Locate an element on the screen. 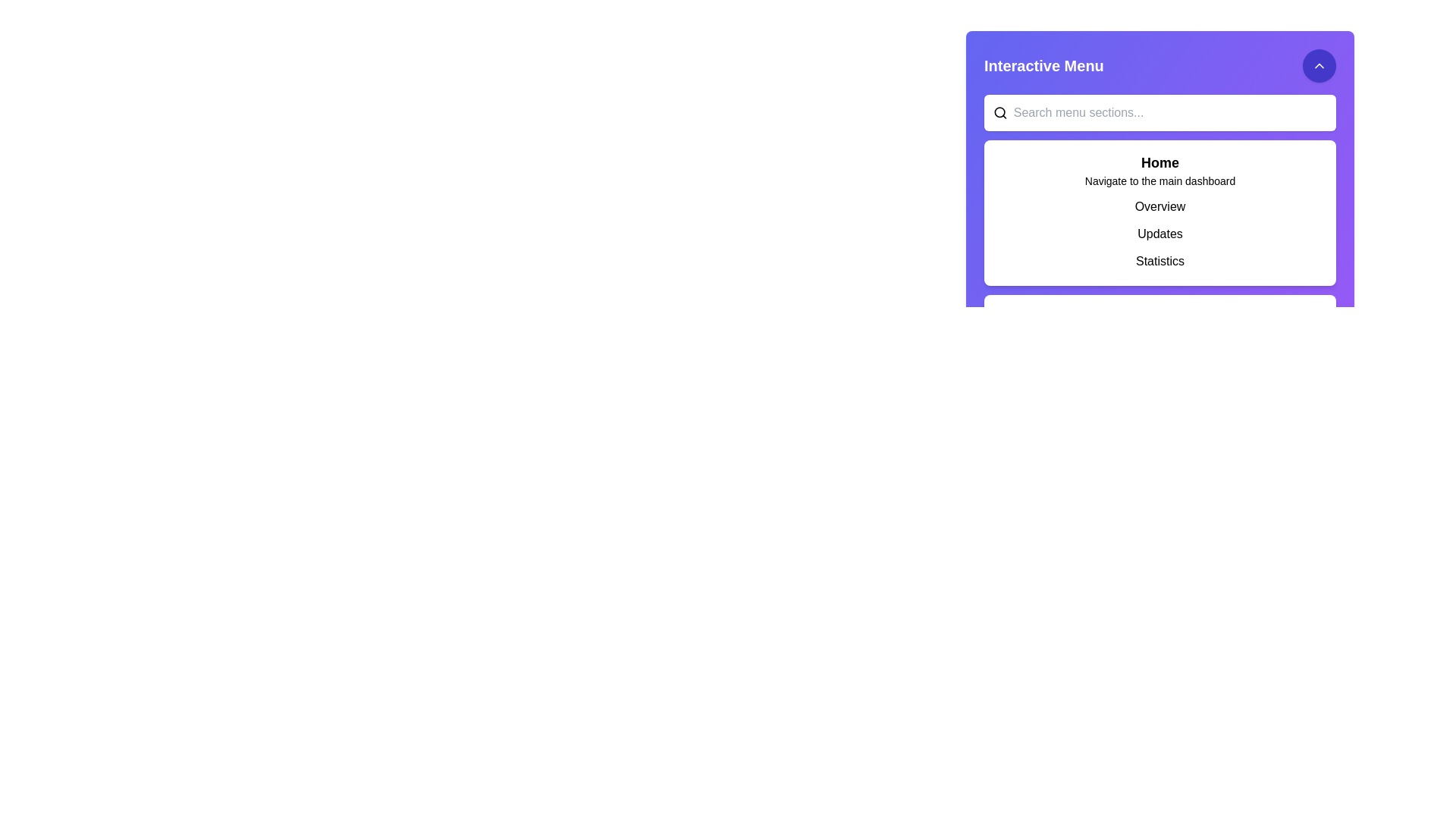 The width and height of the screenshot is (1456, 819). the upwards-pointing arrow icon within the rounded purple button located near the upper-right corner of the interactive menu interface is located at coordinates (1318, 65).